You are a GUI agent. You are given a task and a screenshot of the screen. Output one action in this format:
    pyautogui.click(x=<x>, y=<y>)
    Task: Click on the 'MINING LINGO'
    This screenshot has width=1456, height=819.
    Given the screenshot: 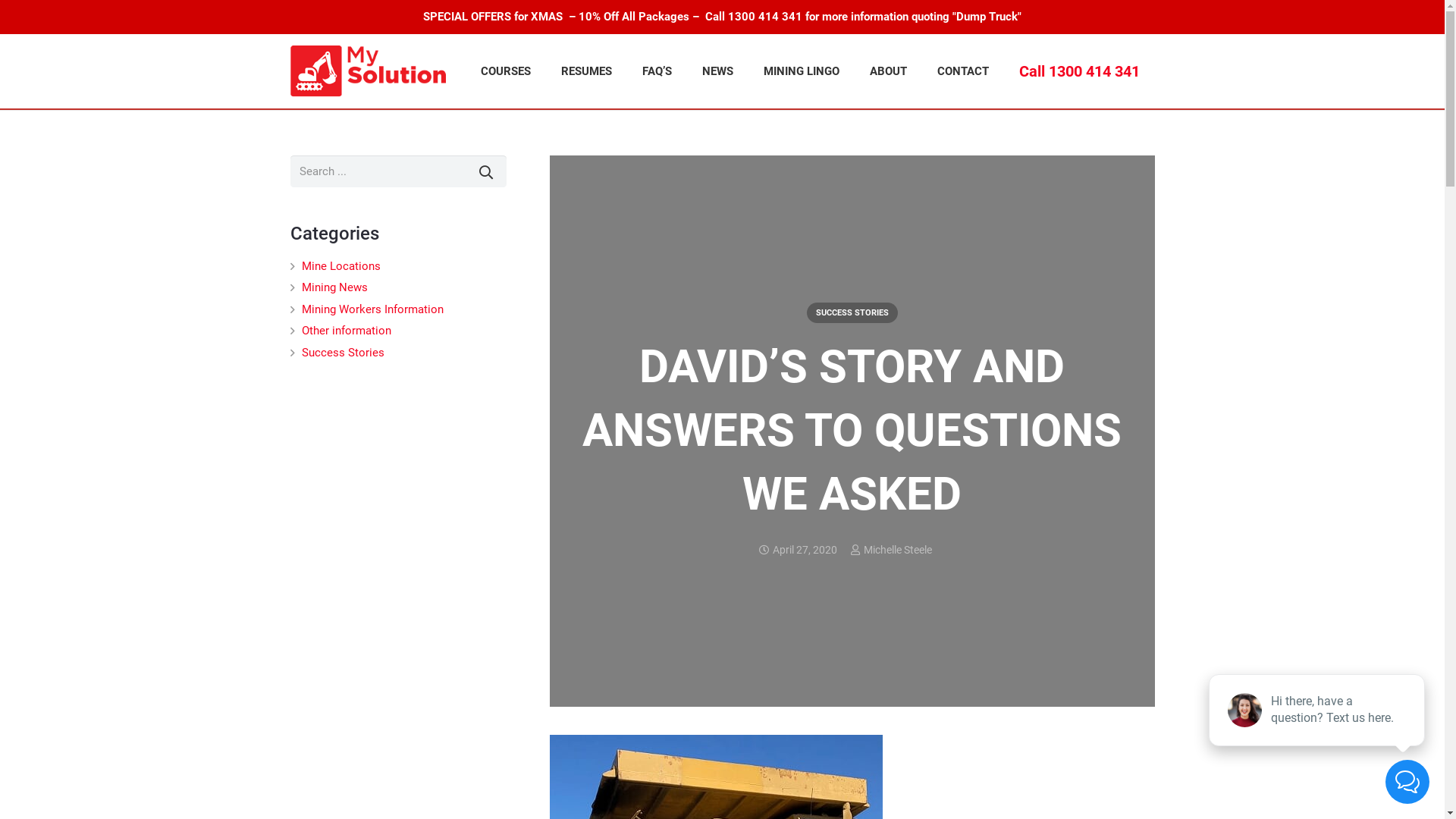 What is the action you would take?
    pyautogui.click(x=800, y=71)
    